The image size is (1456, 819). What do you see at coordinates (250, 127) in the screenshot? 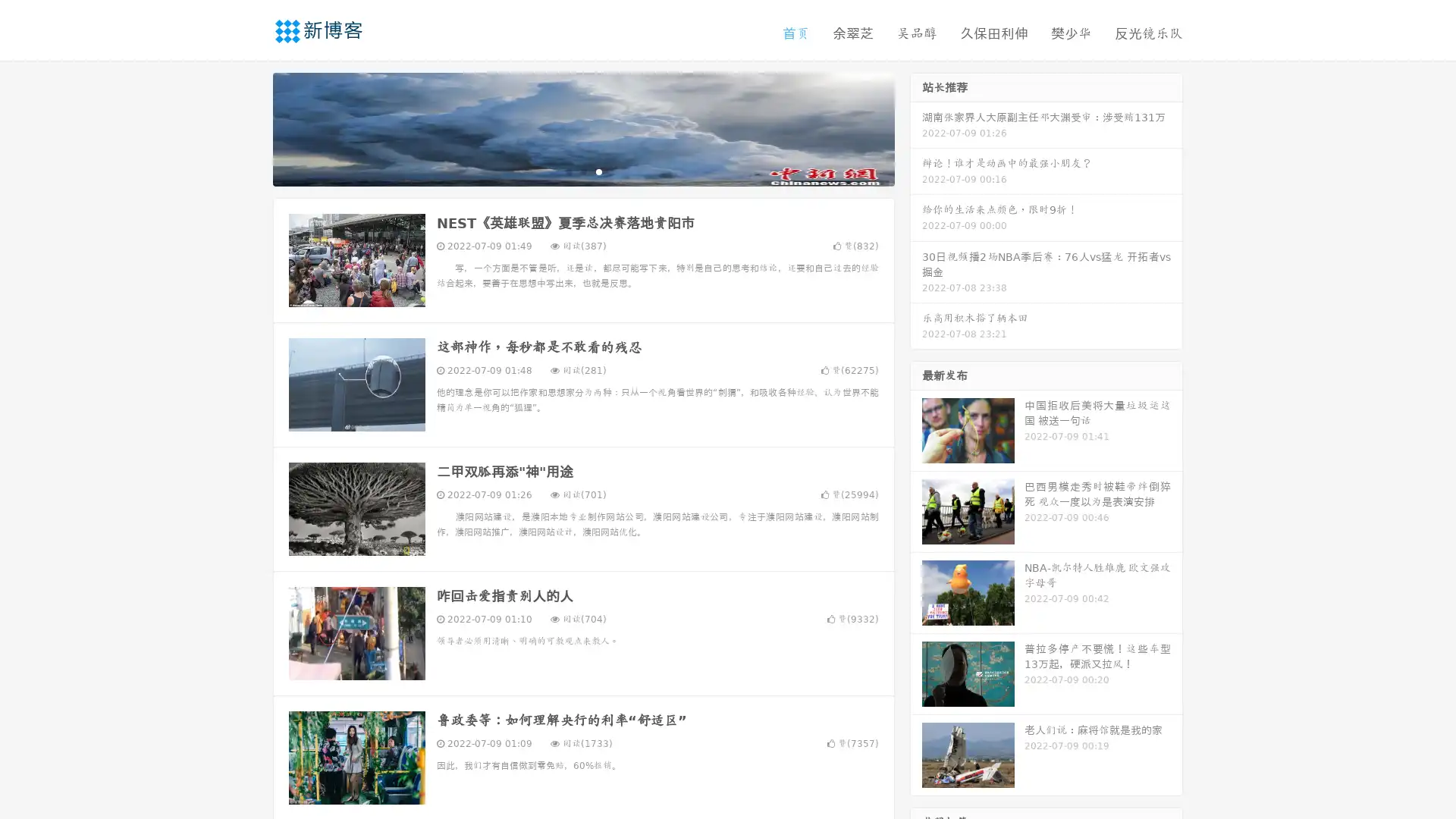
I see `Previous slide` at bounding box center [250, 127].